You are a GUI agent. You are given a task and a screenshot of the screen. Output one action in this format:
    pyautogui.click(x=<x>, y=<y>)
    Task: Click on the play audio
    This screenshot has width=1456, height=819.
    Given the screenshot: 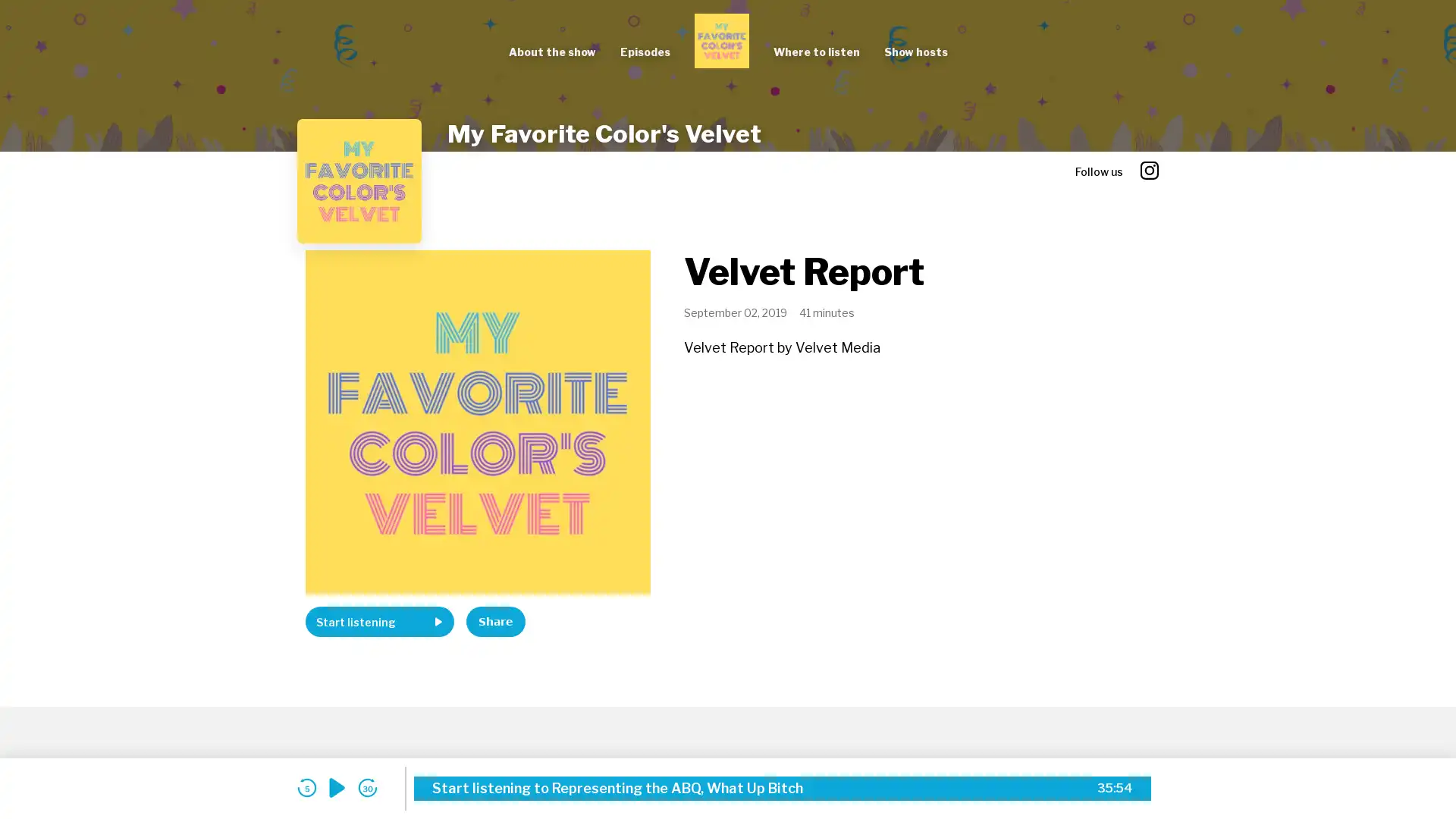 What is the action you would take?
    pyautogui.click(x=337, y=787)
    